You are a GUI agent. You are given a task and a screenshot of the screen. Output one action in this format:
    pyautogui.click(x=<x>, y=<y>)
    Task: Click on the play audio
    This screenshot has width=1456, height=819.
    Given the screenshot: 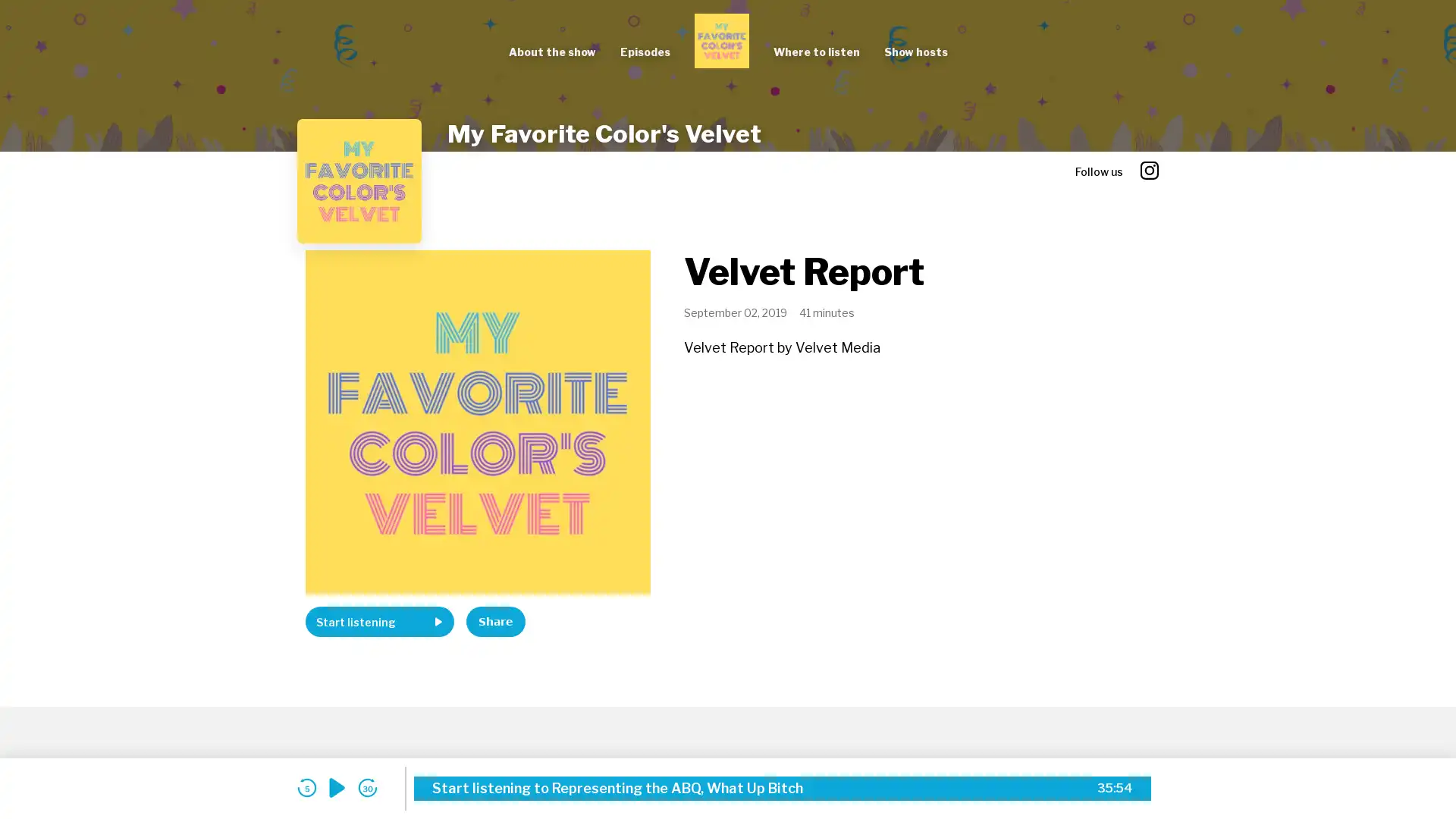 What is the action you would take?
    pyautogui.click(x=337, y=787)
    